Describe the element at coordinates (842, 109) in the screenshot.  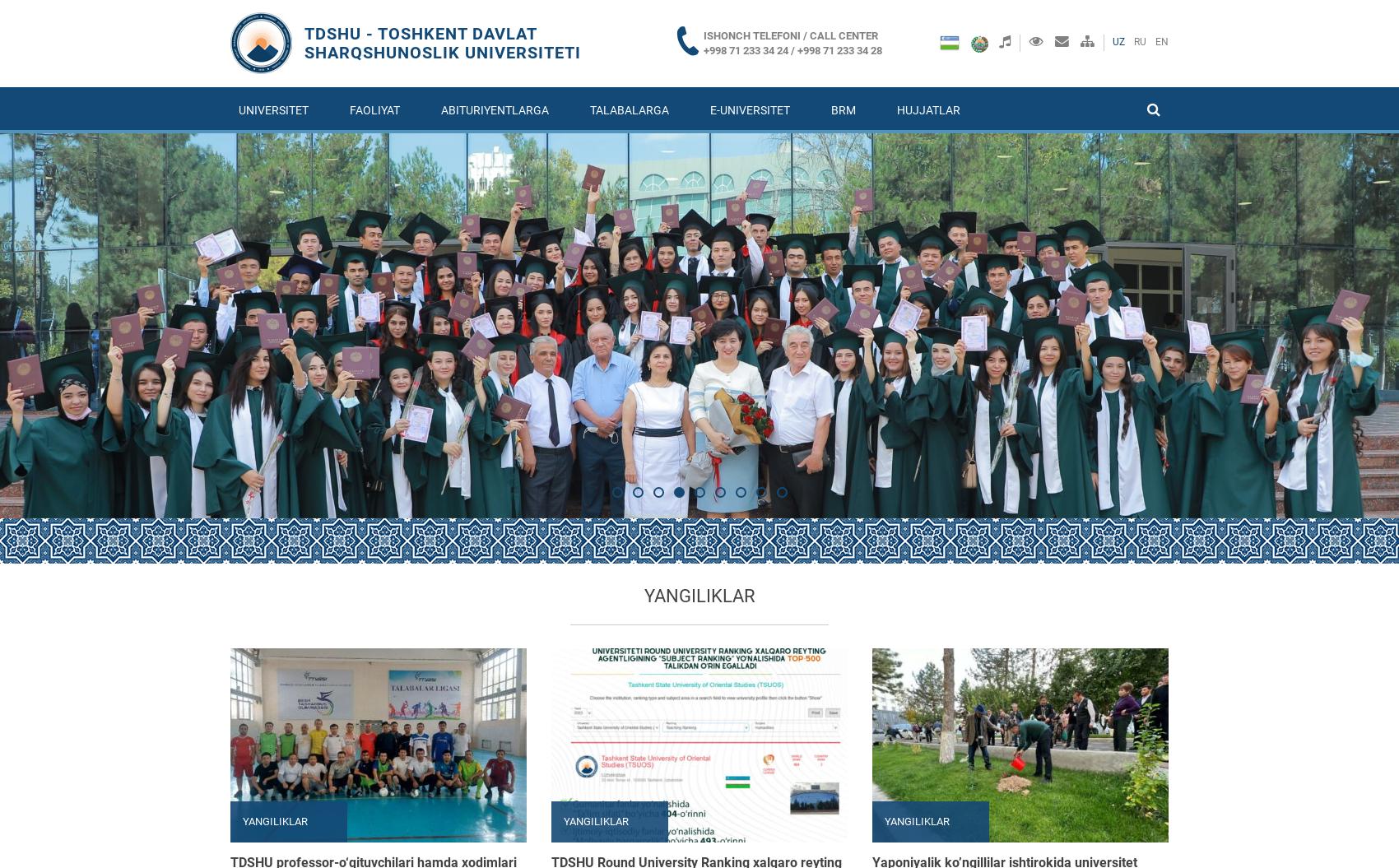
I see `'BRM'` at that location.